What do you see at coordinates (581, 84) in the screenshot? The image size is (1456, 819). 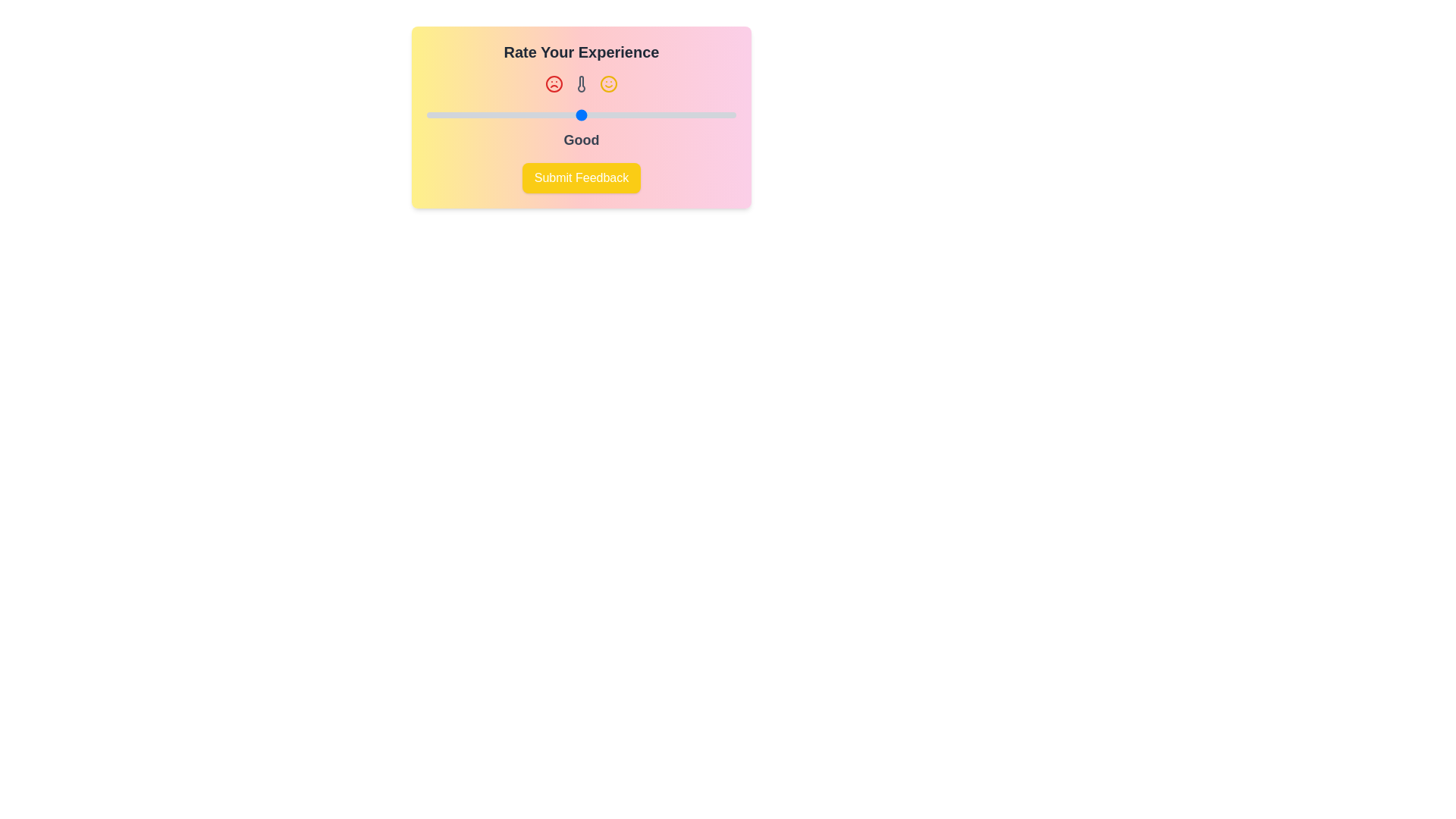 I see `the Thermometer icon to observe its state` at bounding box center [581, 84].